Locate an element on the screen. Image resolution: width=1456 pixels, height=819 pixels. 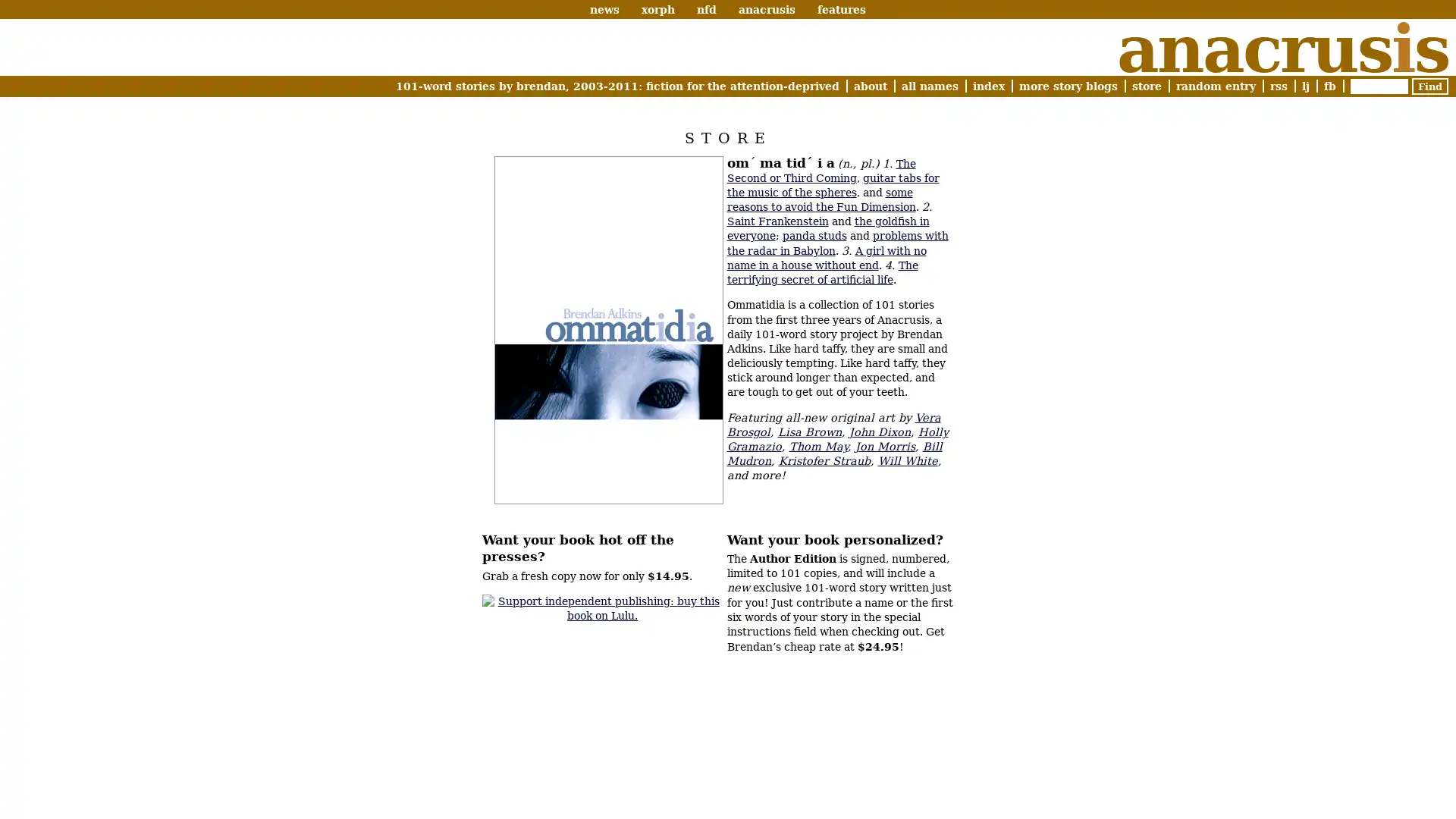
Find is located at coordinates (1429, 86).